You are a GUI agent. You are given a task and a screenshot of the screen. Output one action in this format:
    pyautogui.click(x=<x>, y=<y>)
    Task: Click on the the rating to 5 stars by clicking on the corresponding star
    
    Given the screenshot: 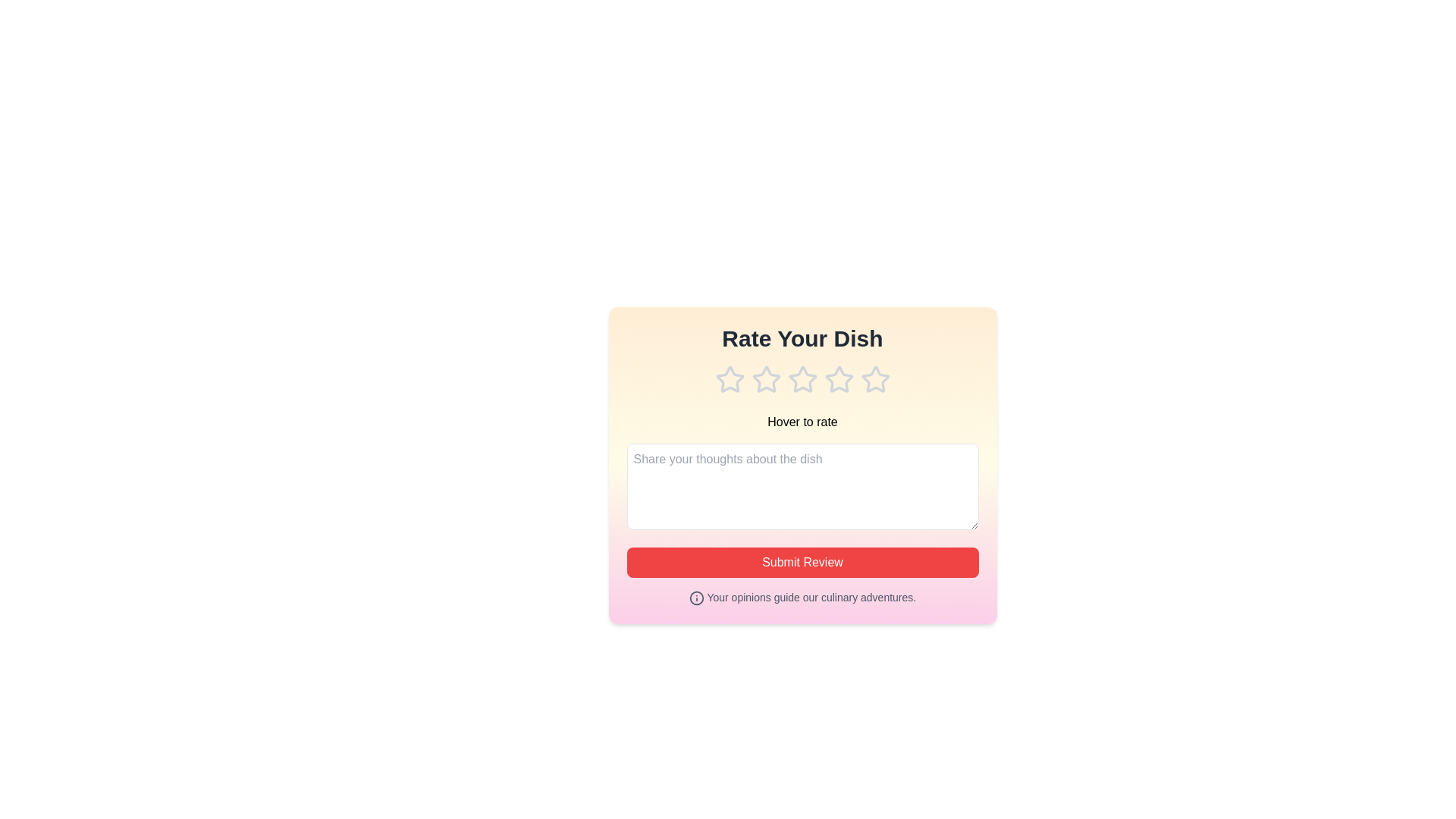 What is the action you would take?
    pyautogui.click(x=875, y=379)
    